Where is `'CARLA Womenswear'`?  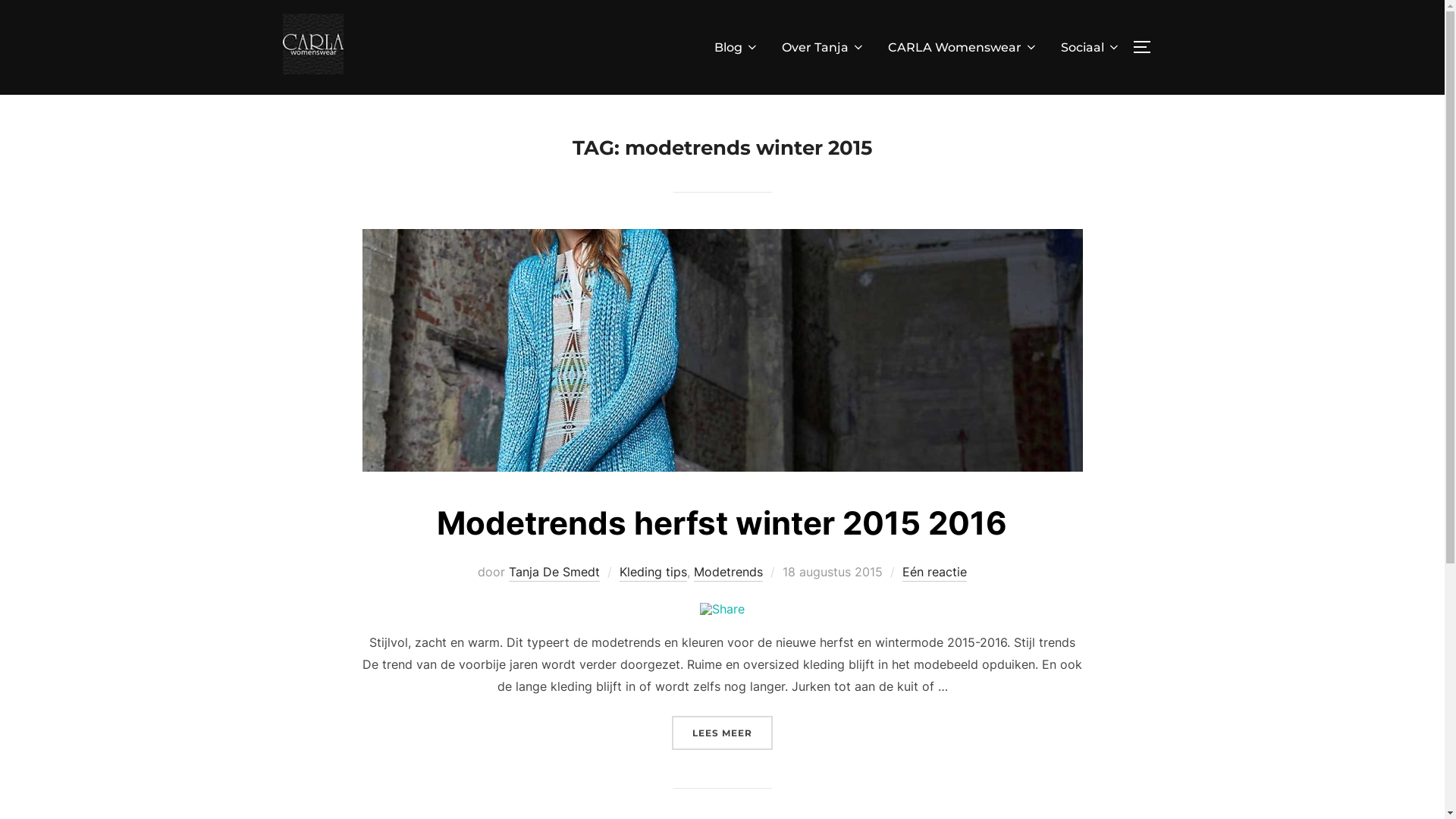 'CARLA Womenswear' is located at coordinates (961, 46).